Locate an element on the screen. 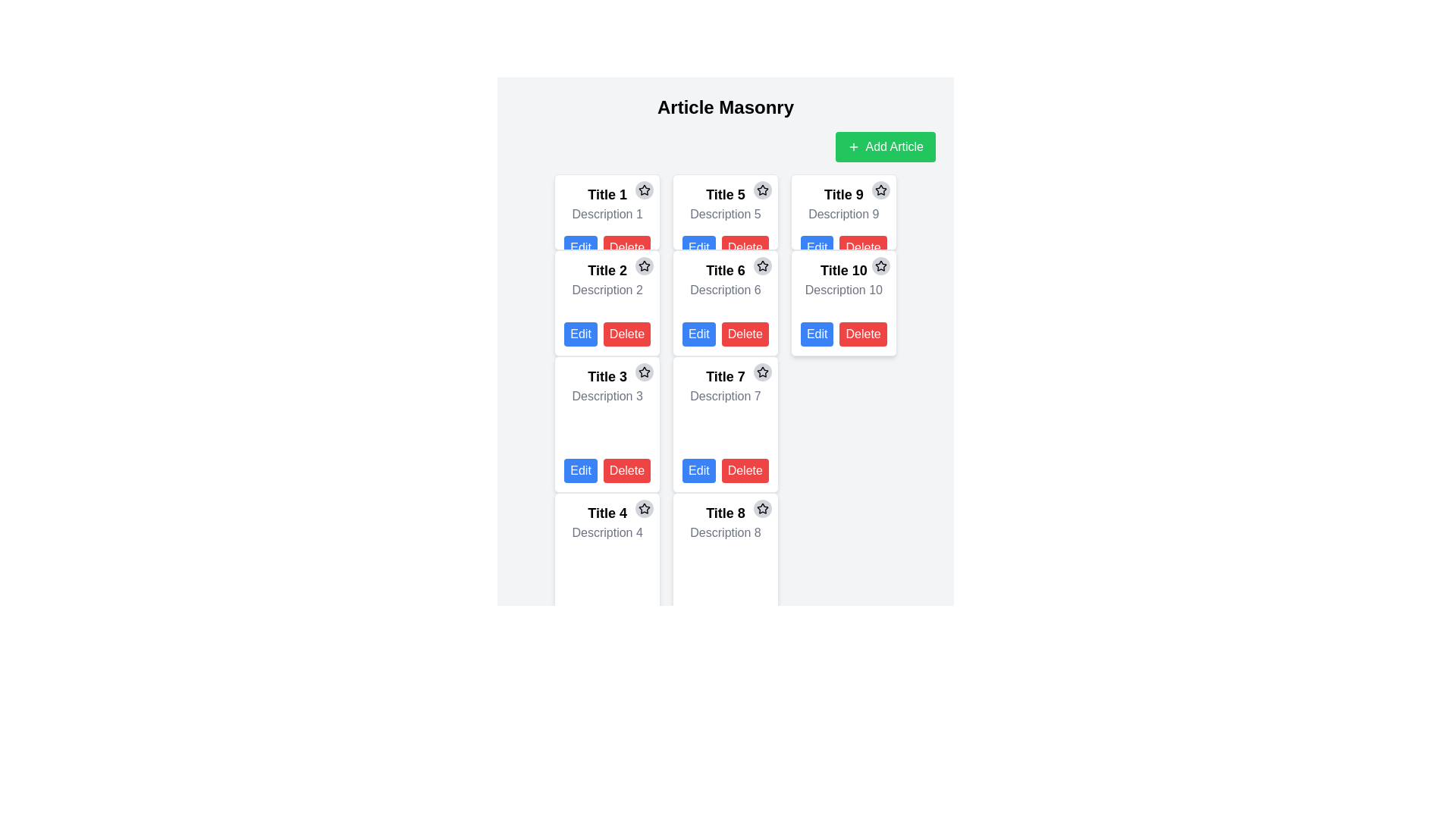 The height and width of the screenshot is (819, 1456). the text label displaying 'Description 9', which is a non-interactive element styled in gray and positioned centrally within its card, below 'Title 9' is located at coordinates (843, 214).